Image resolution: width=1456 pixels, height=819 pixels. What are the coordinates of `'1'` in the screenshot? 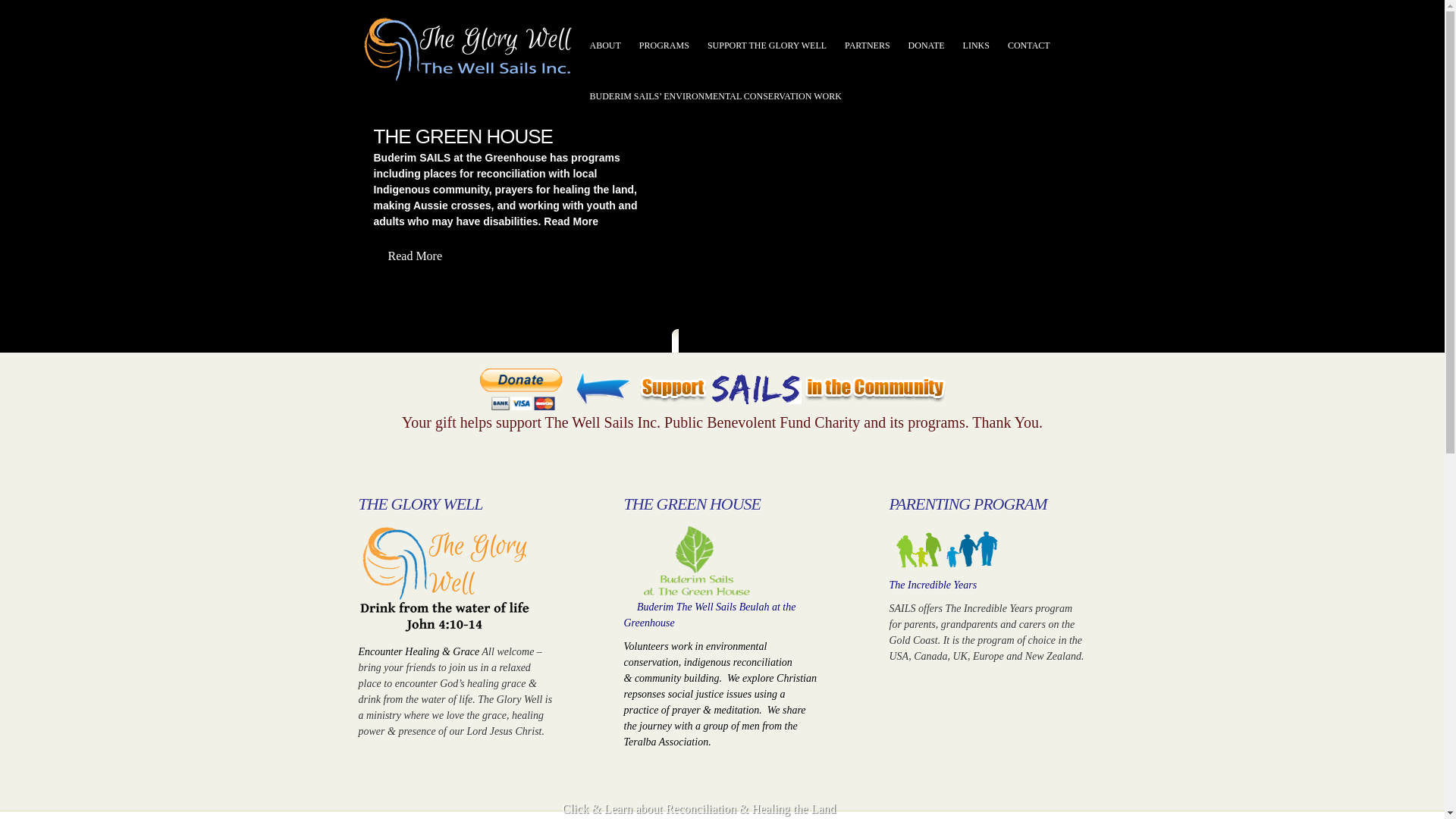 It's located at (689, 343).